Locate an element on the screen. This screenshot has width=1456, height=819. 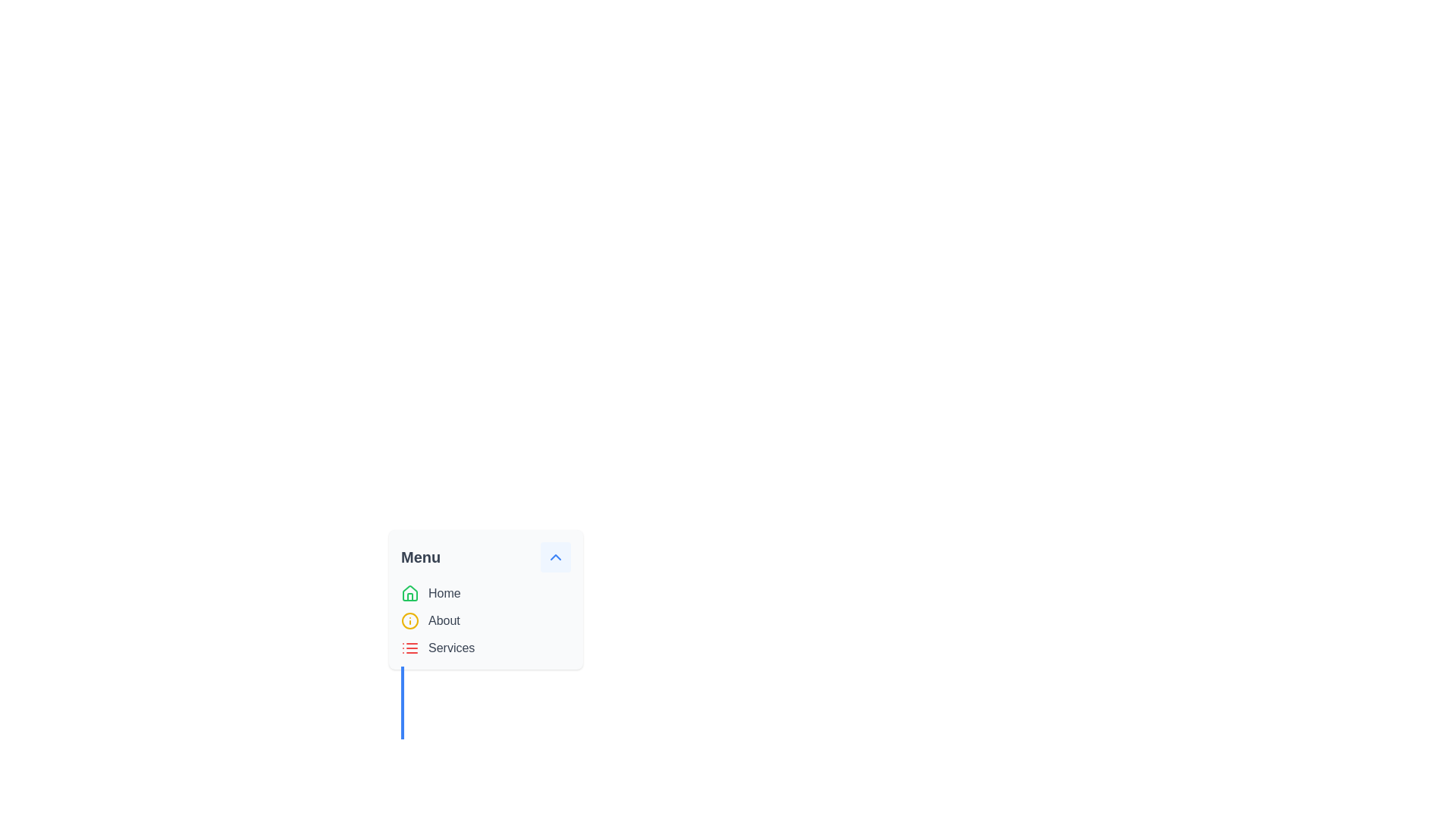
the 'About' text label, which is a gray-colored menu item styled with 'text-gray-700', located centrally under the 'Menu' header is located at coordinates (443, 620).